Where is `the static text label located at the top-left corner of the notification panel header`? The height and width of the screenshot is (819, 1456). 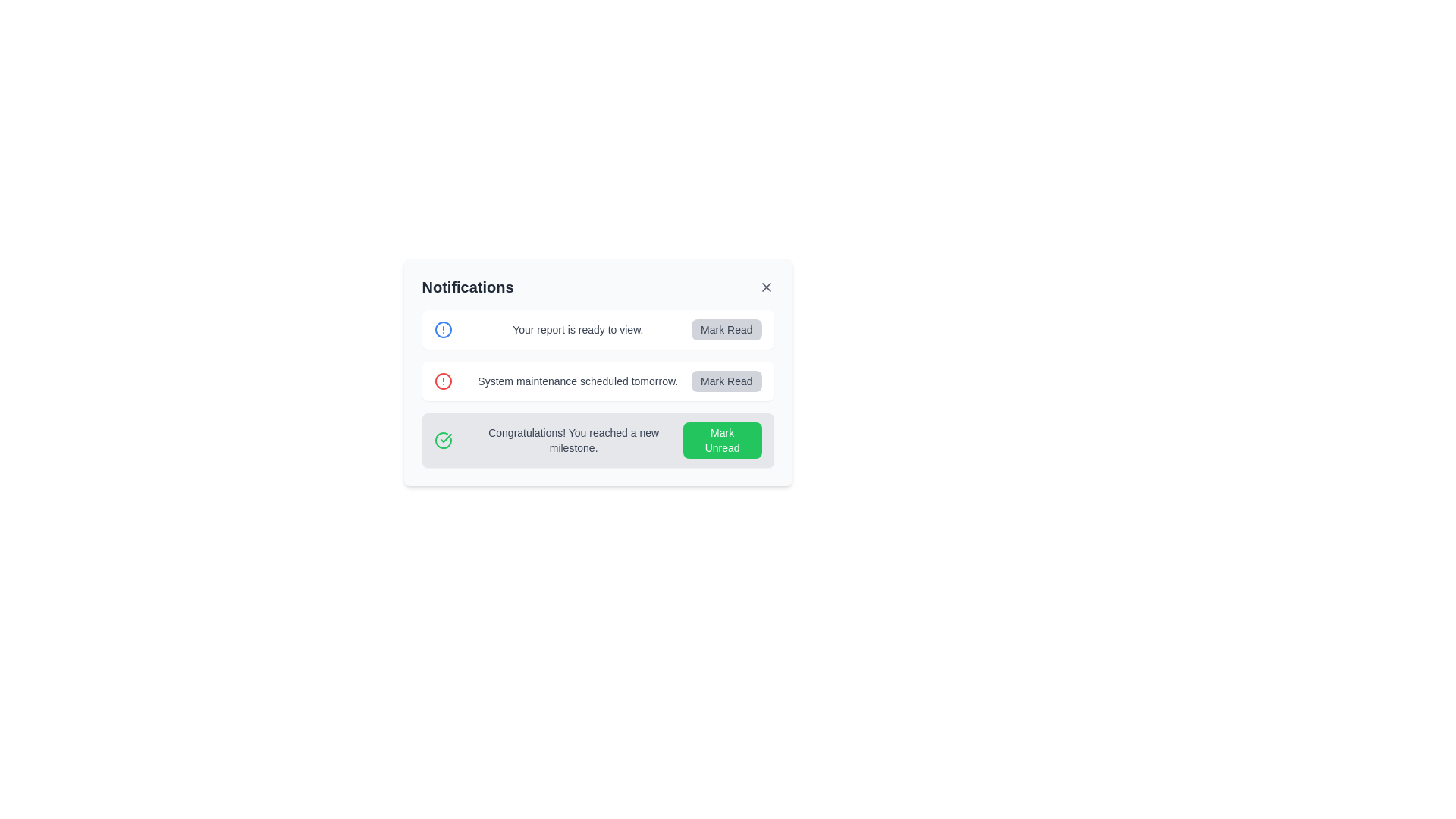
the static text label located at the top-left corner of the notification panel header is located at coordinates (467, 287).